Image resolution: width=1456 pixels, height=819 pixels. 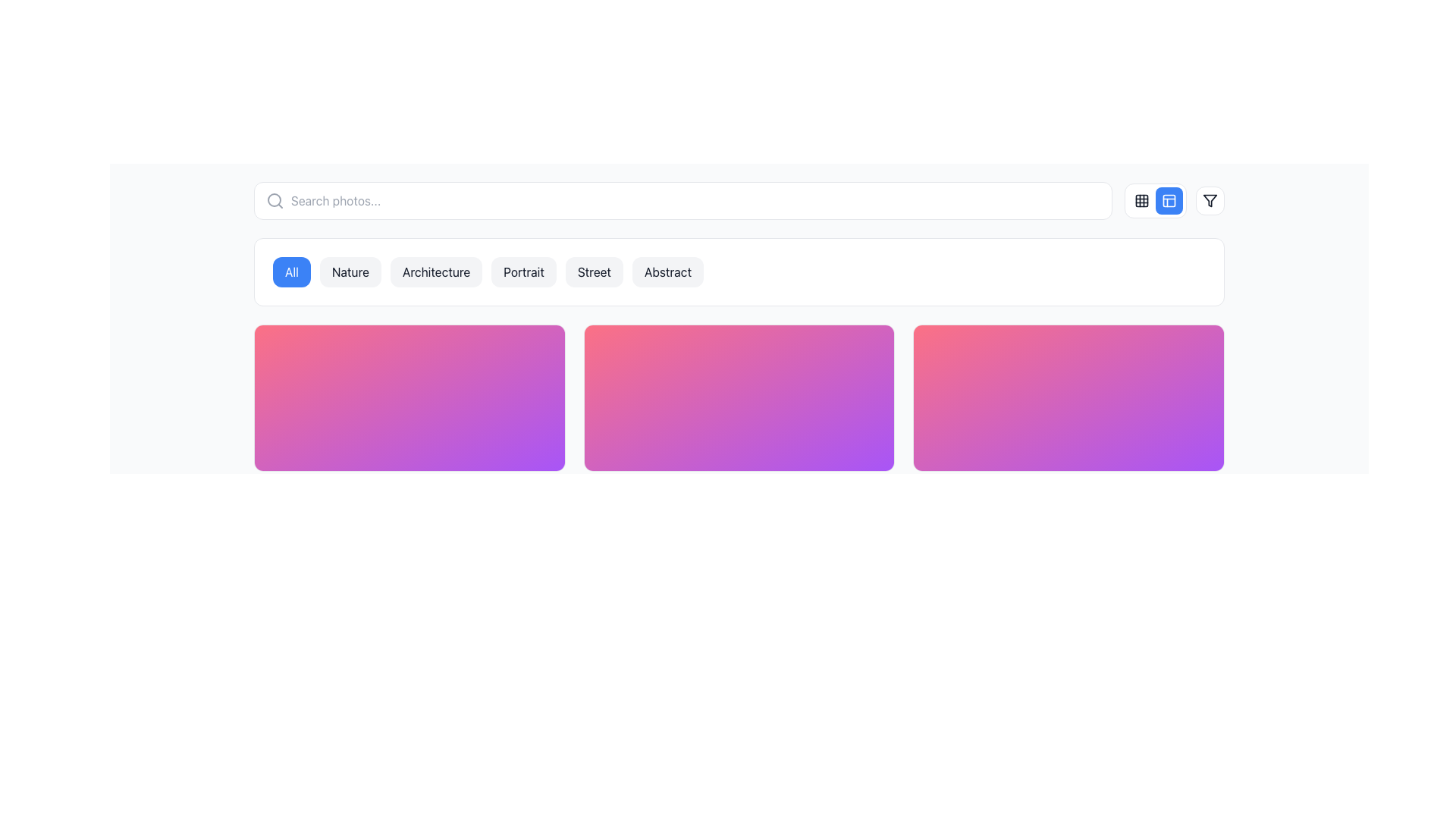 I want to click on the central cell of the 3x3 grid icon, which is part of the decorative grid structure located on the rightmost part of the toolbar at the top of the interface, so click(x=1142, y=200).